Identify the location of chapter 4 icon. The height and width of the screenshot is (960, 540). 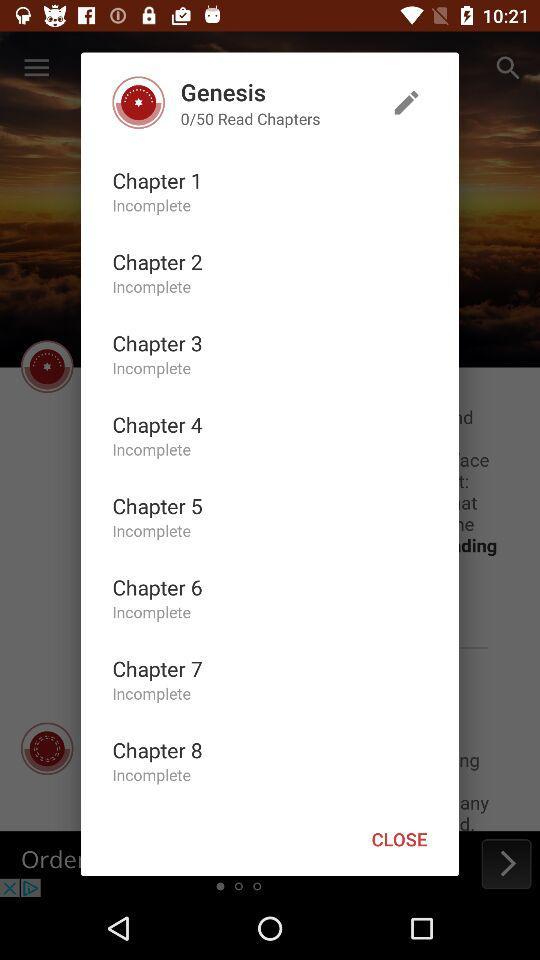
(156, 424).